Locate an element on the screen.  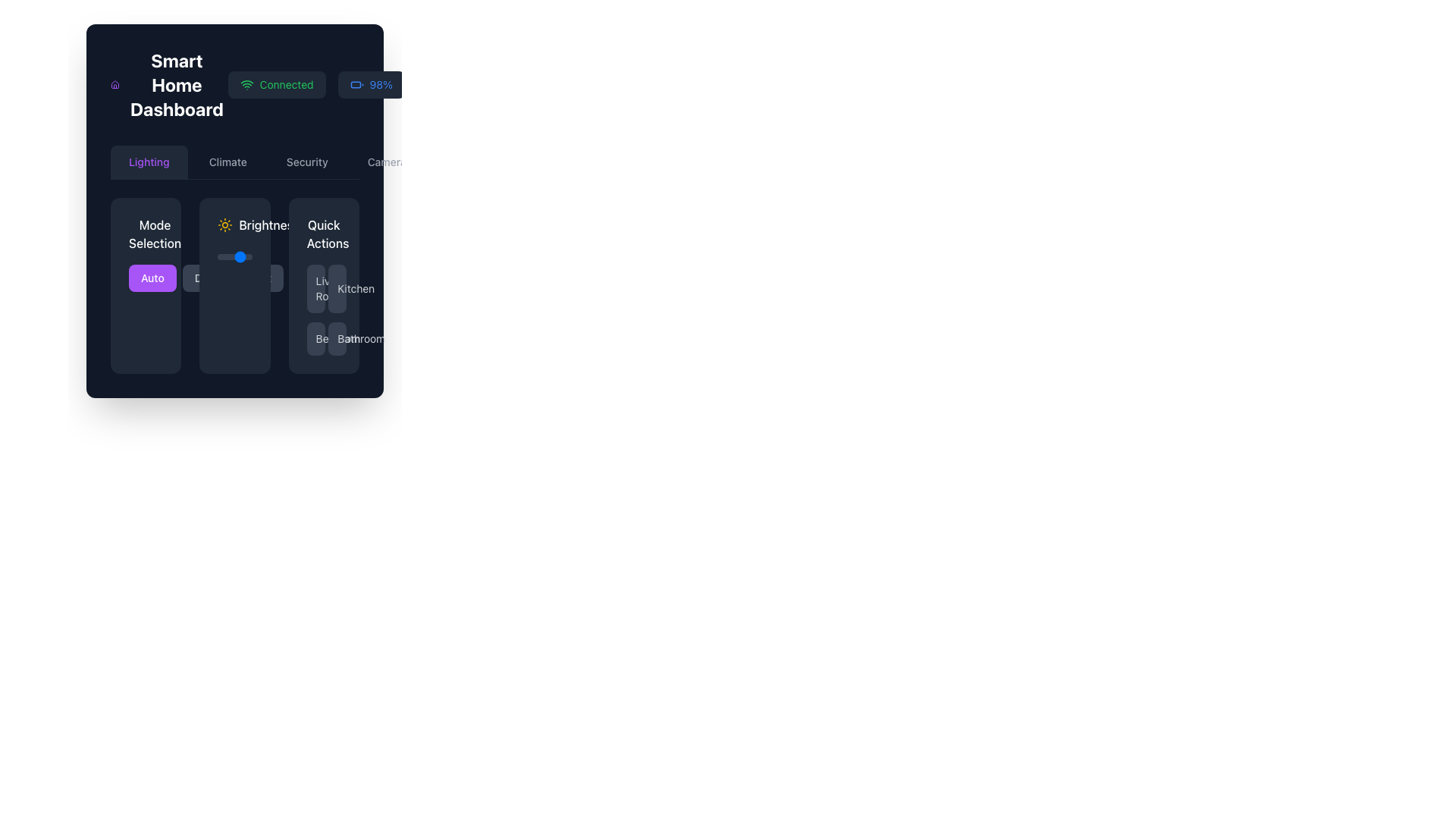
the 'Living Room' button located within the 'Quick Actions' widget, which has a dark gray background and rounded corners is located at coordinates (323, 286).